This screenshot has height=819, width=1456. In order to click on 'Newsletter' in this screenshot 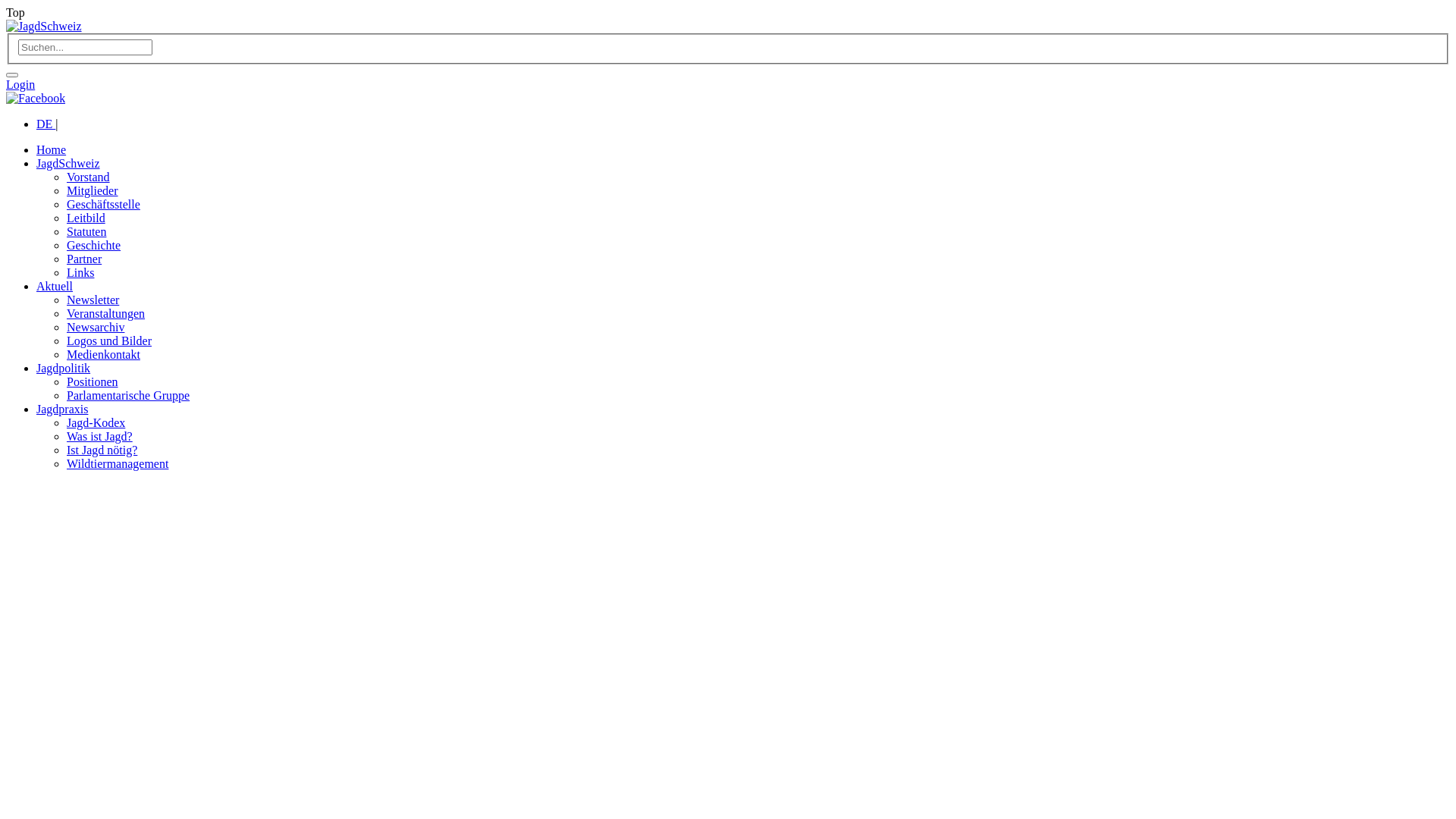, I will do `click(92, 300)`.